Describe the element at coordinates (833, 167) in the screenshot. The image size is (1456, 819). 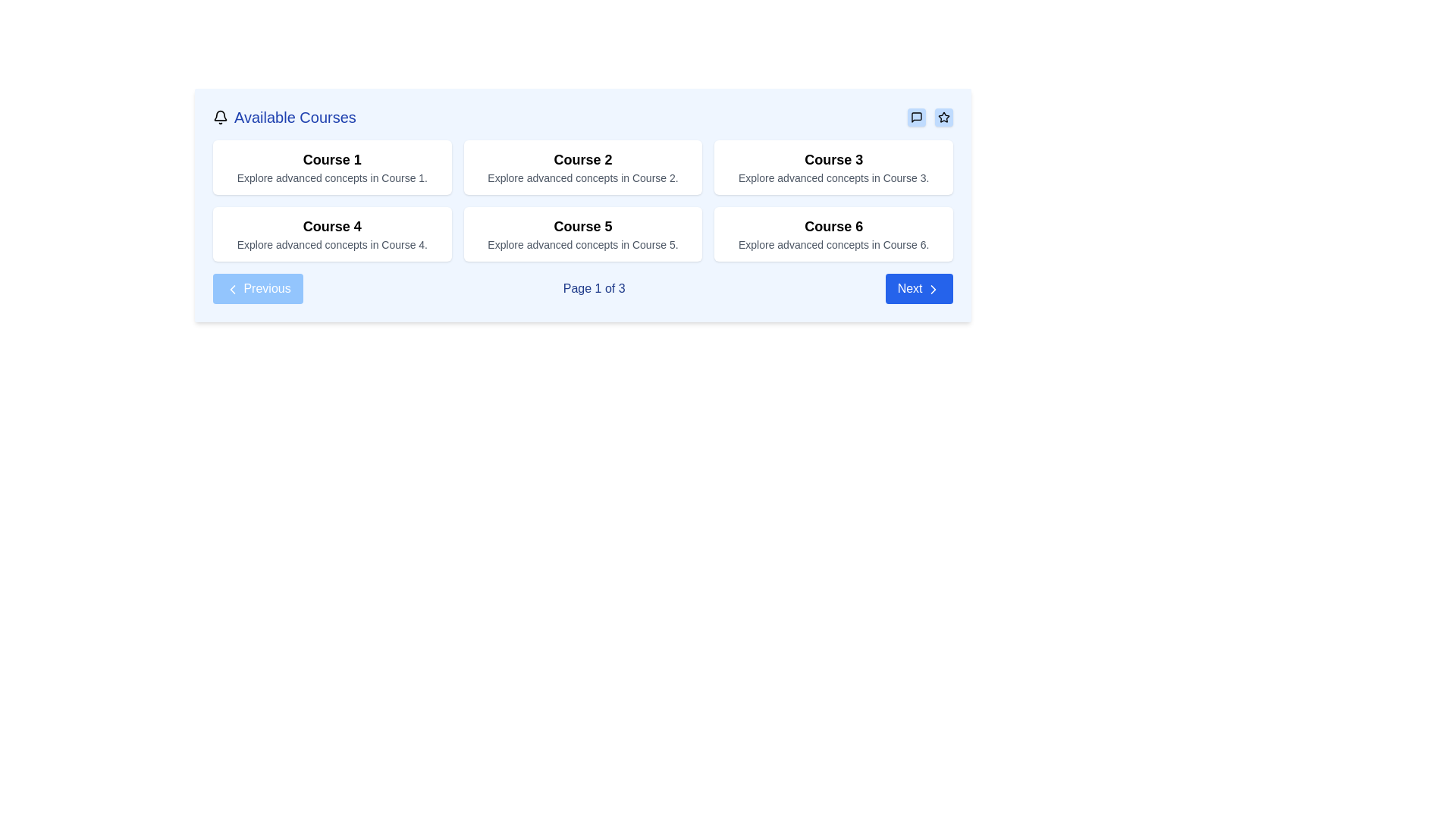
I see `the 'Course 3' card located in the upper right corner of the grid layout` at that location.